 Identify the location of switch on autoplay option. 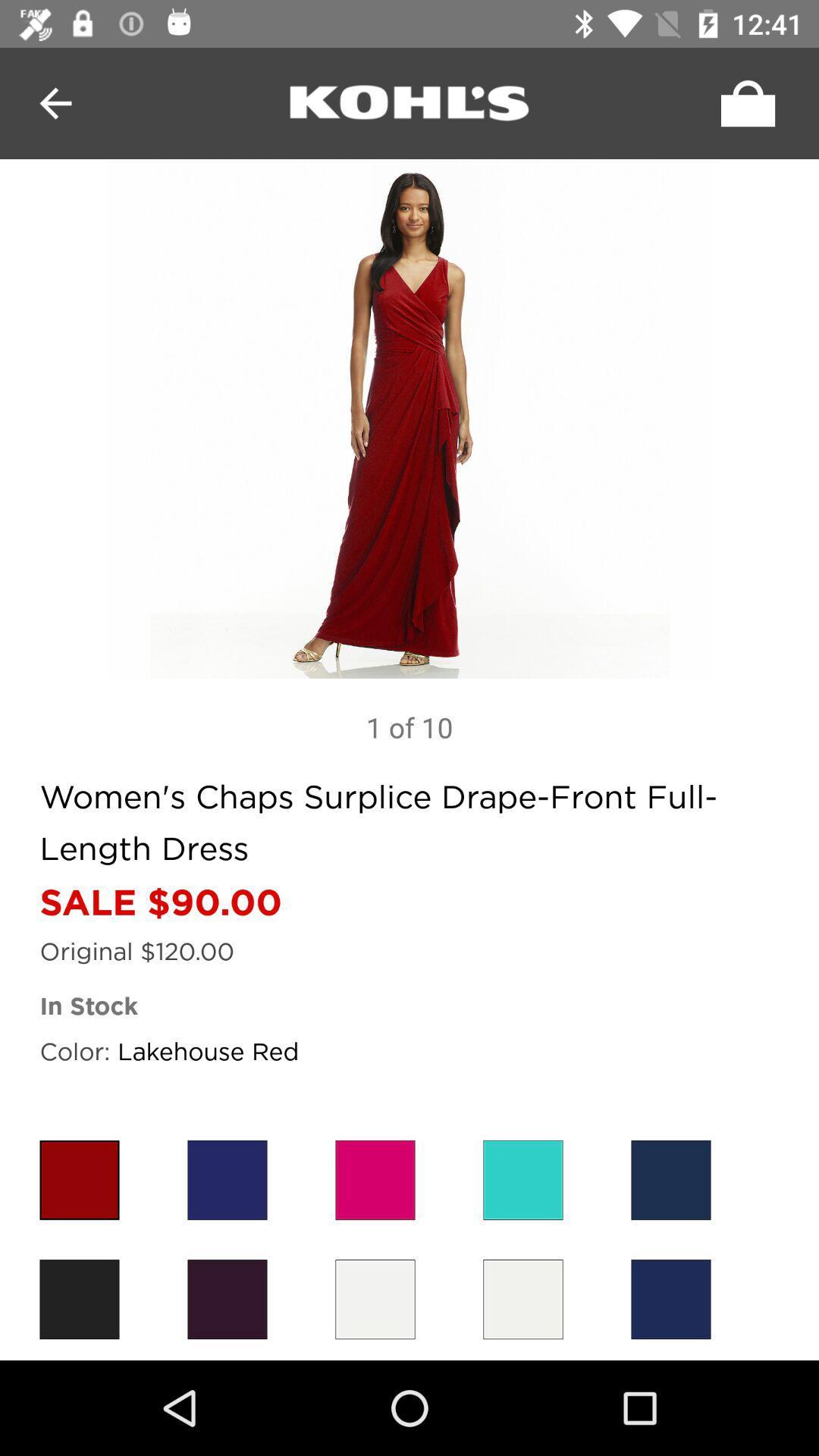
(743, 102).